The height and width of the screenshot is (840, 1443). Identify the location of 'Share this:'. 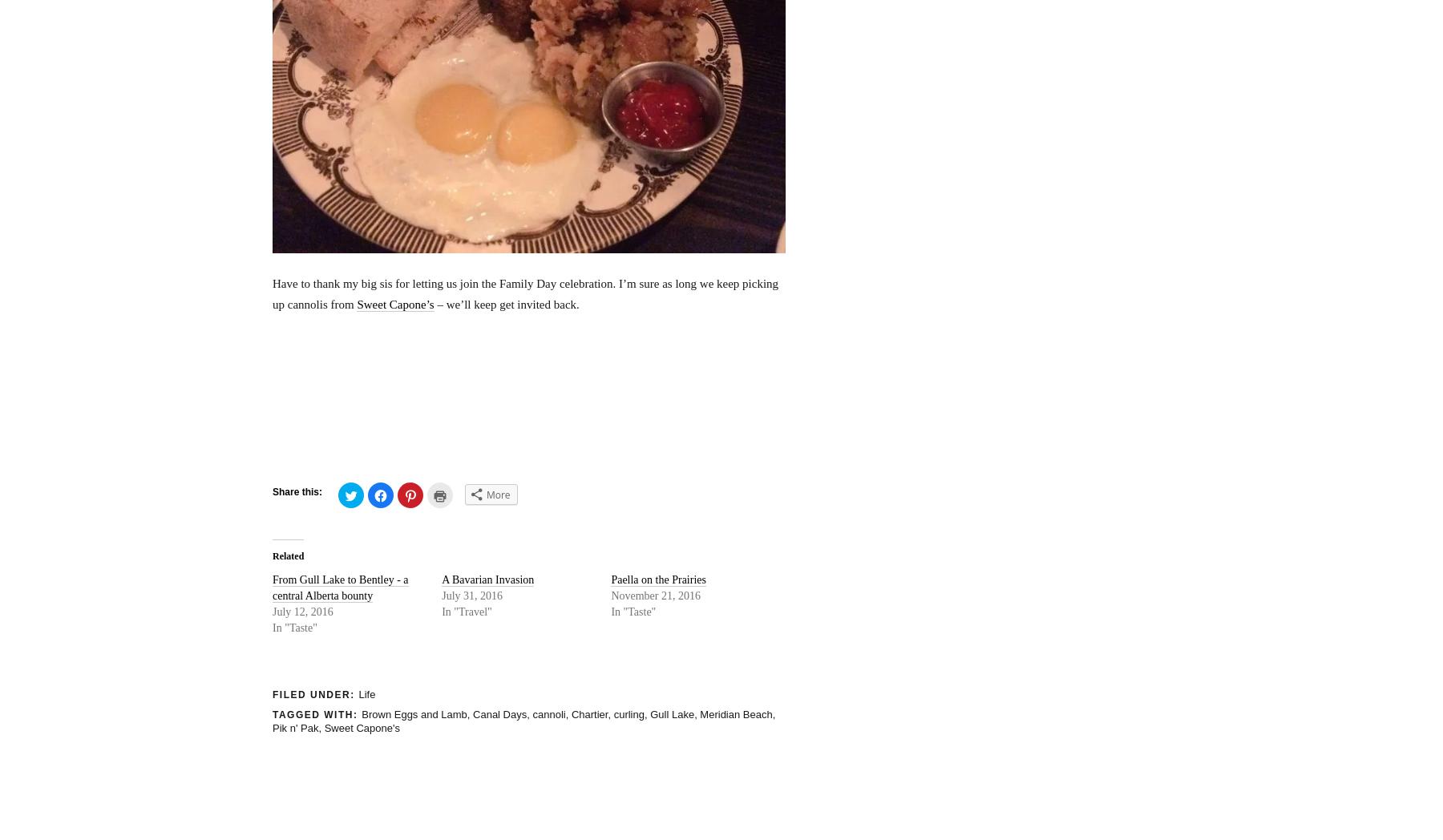
(297, 490).